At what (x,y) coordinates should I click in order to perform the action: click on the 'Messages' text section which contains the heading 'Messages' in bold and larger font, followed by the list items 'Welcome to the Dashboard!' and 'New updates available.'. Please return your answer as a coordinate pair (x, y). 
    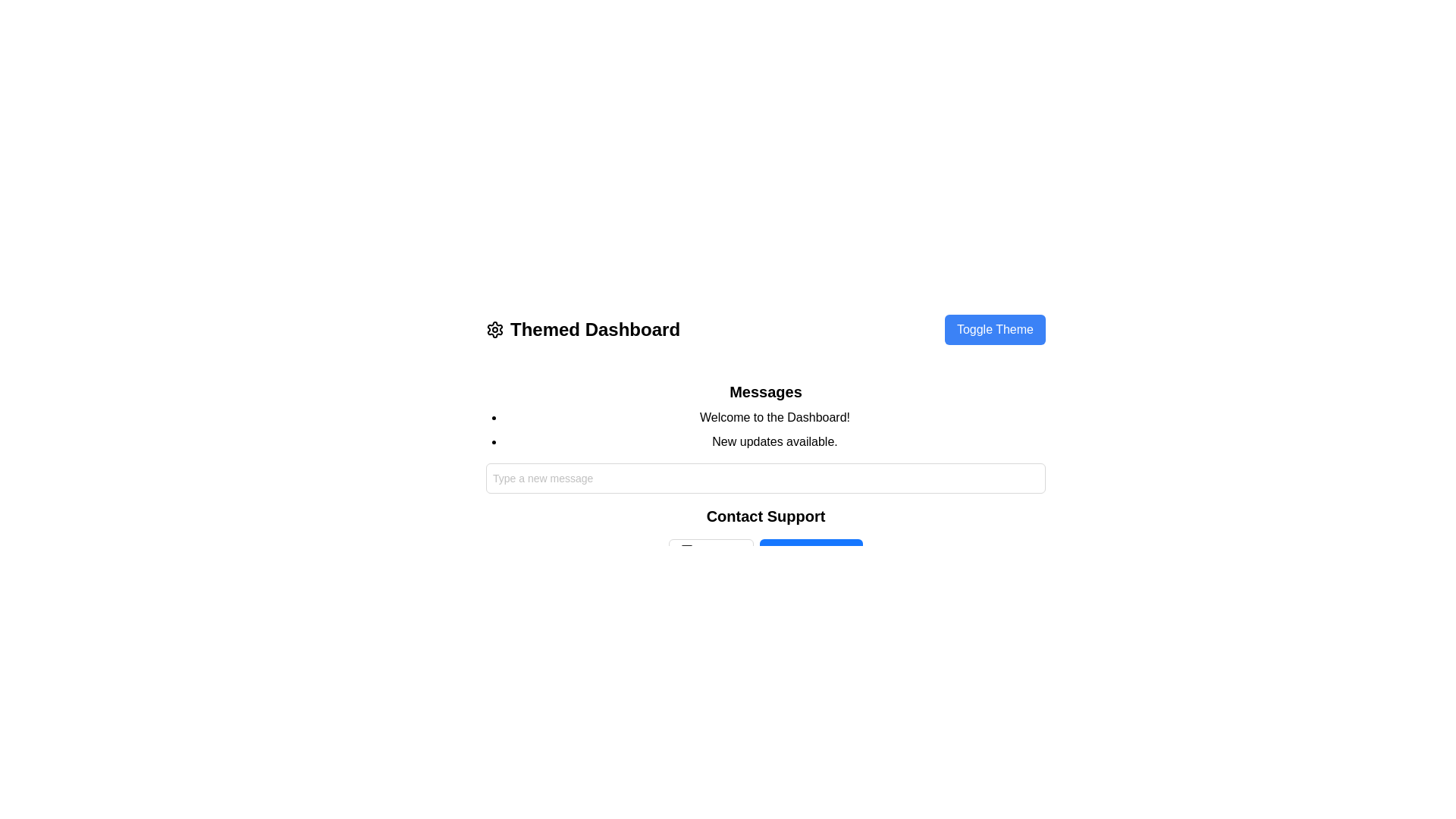
    Looking at the image, I should click on (765, 402).